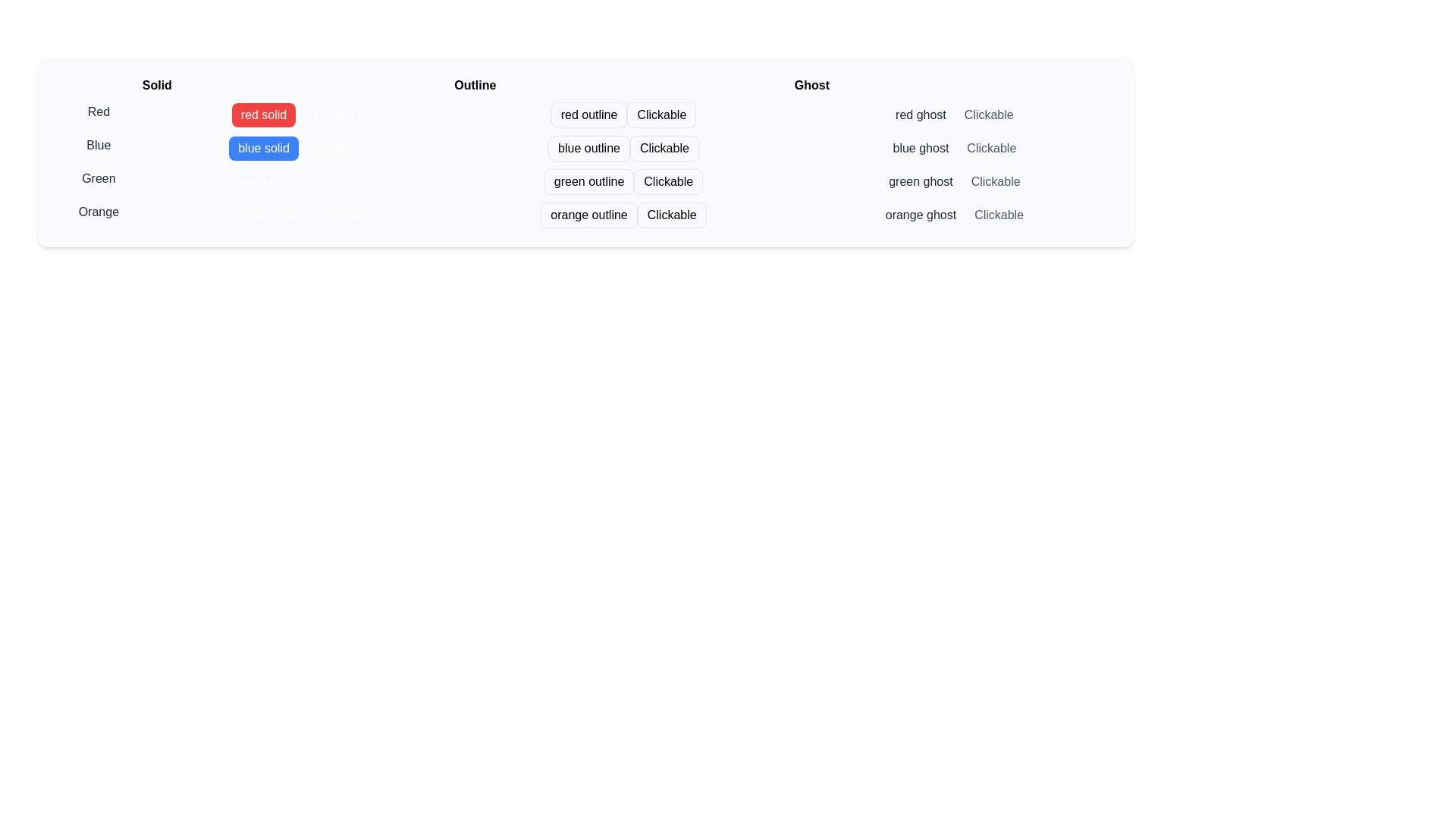  Describe the element at coordinates (623, 111) in the screenshot. I see `the first row of the aligned group of styled text containers in the 'Outline' column` at that location.